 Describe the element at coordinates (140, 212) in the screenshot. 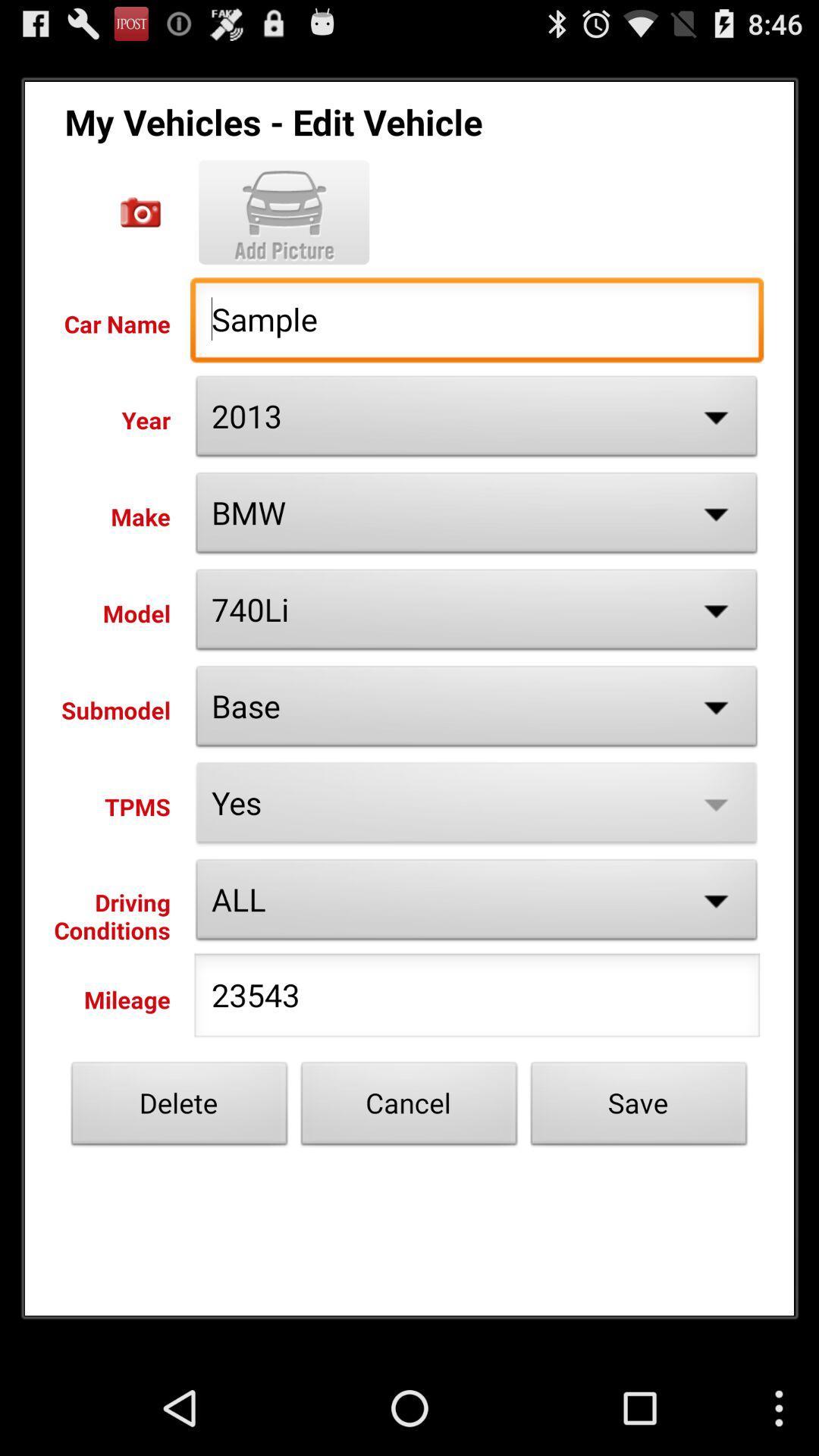

I see `picture` at that location.